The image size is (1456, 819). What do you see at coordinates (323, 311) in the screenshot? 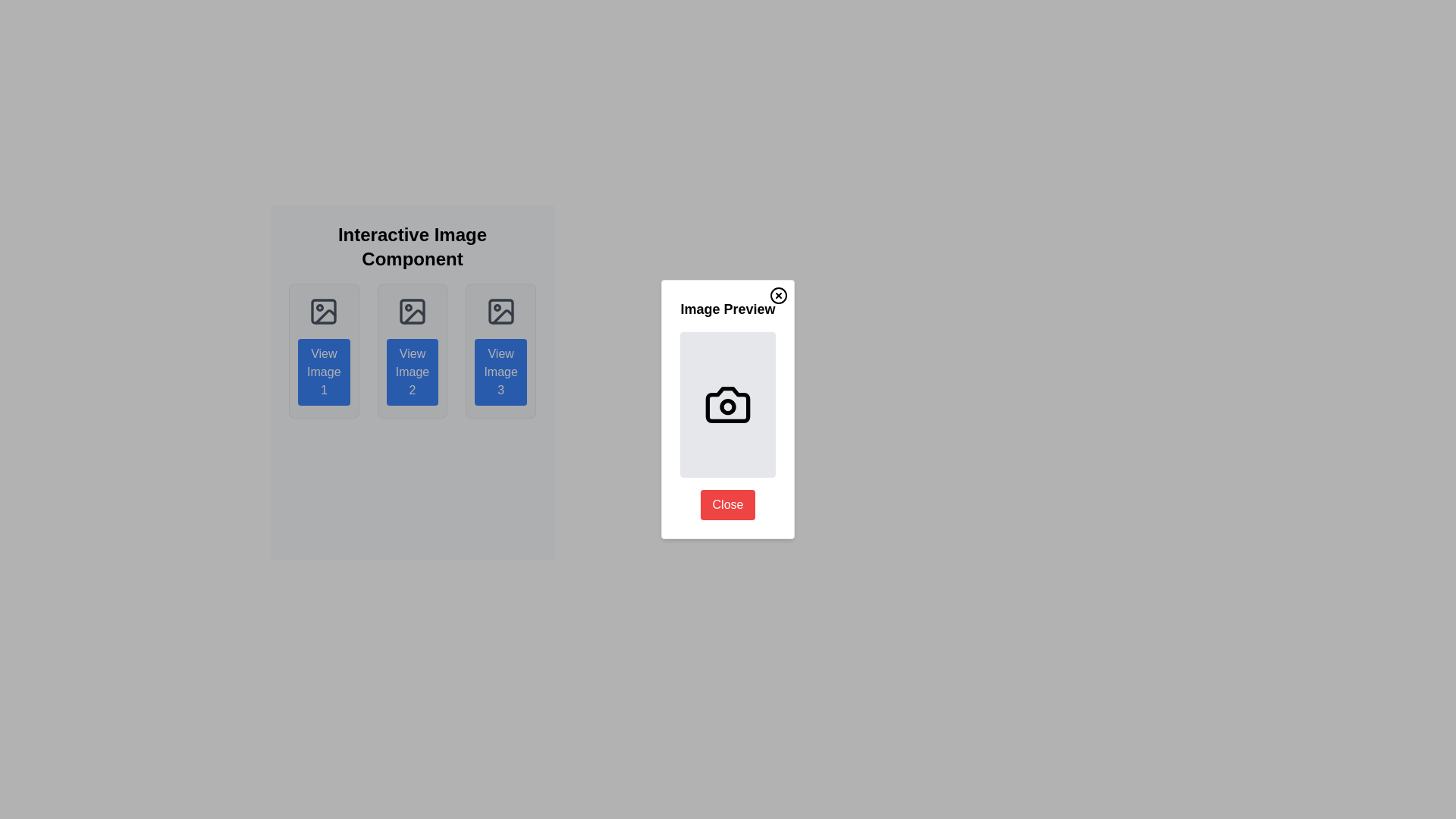
I see `the first SVG icon in the interactive control panel that represents an image operation` at bounding box center [323, 311].